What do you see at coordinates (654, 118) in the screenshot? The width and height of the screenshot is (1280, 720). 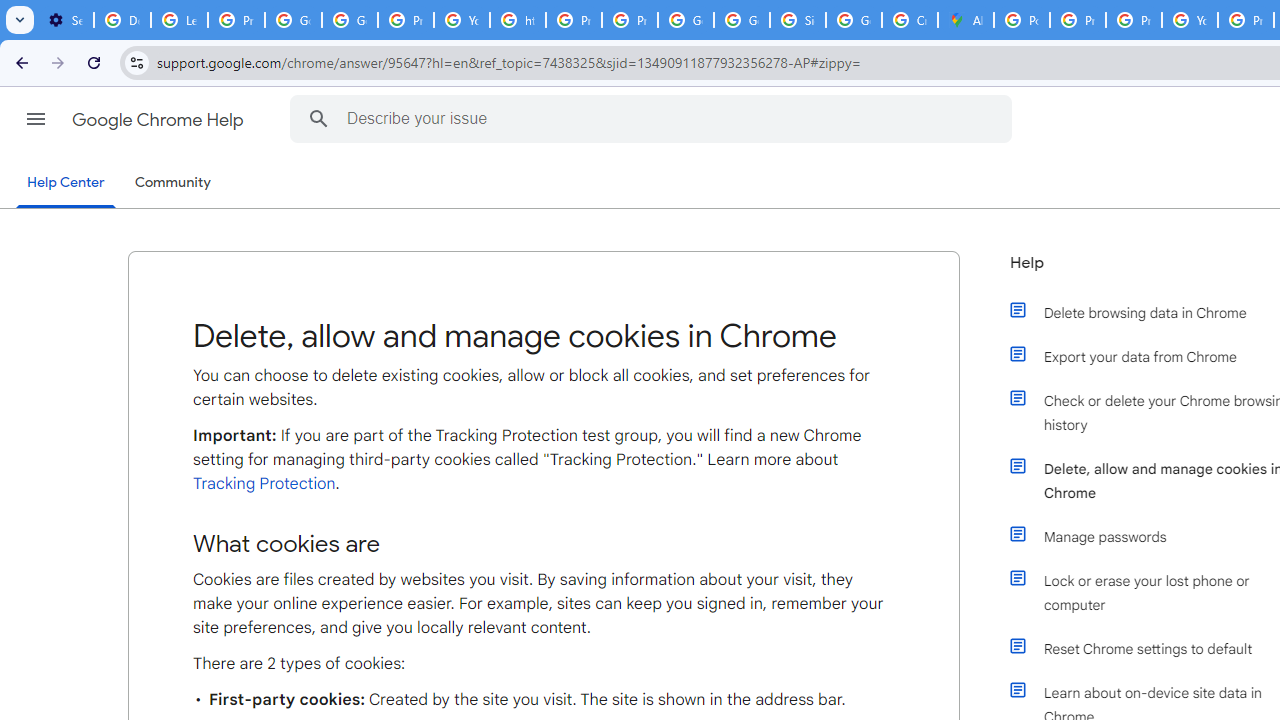 I see `'Describe your issue'` at bounding box center [654, 118].